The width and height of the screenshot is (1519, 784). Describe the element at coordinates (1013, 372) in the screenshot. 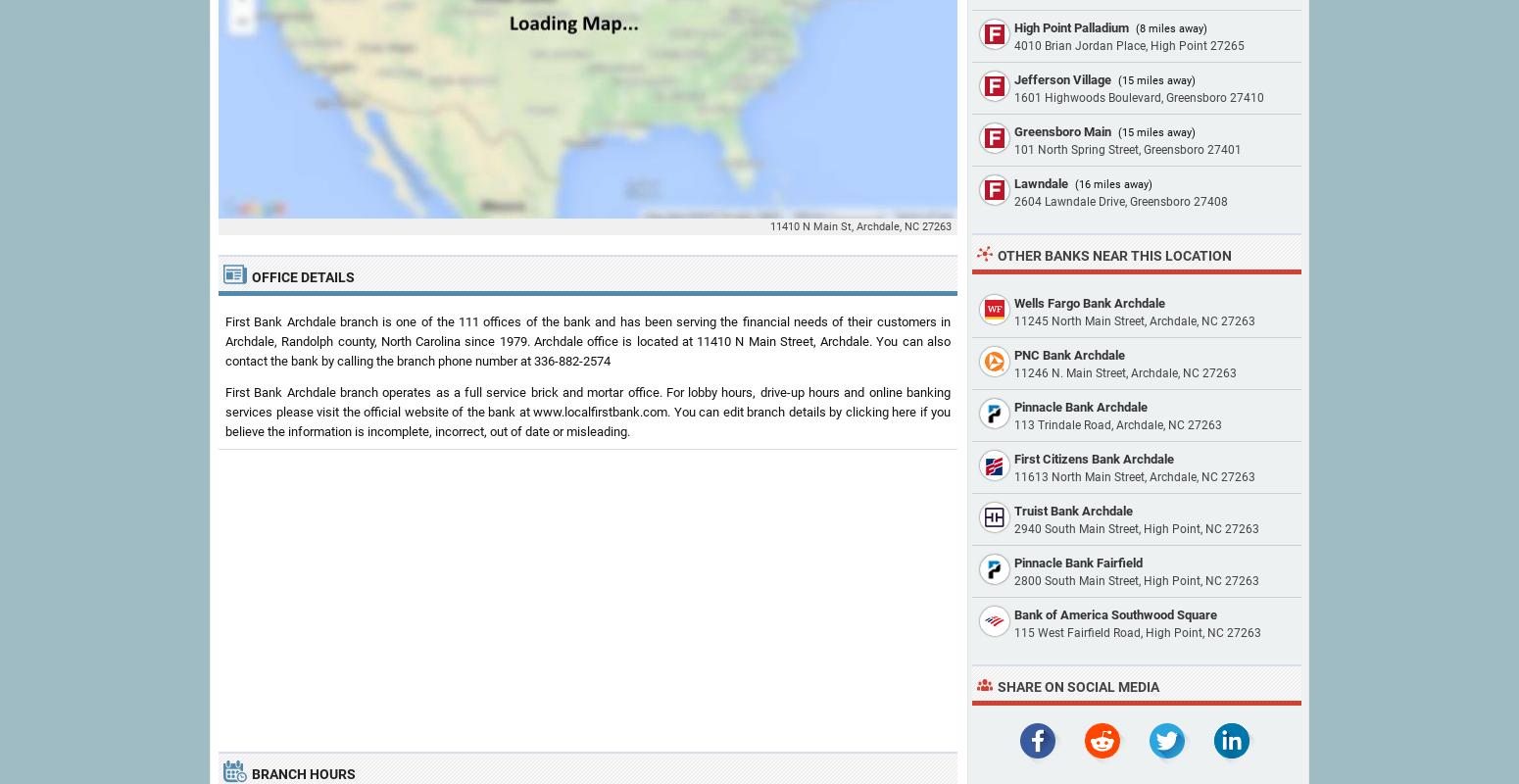

I see `'11246 N. Main Street, Archdale, NC 27263'` at that location.